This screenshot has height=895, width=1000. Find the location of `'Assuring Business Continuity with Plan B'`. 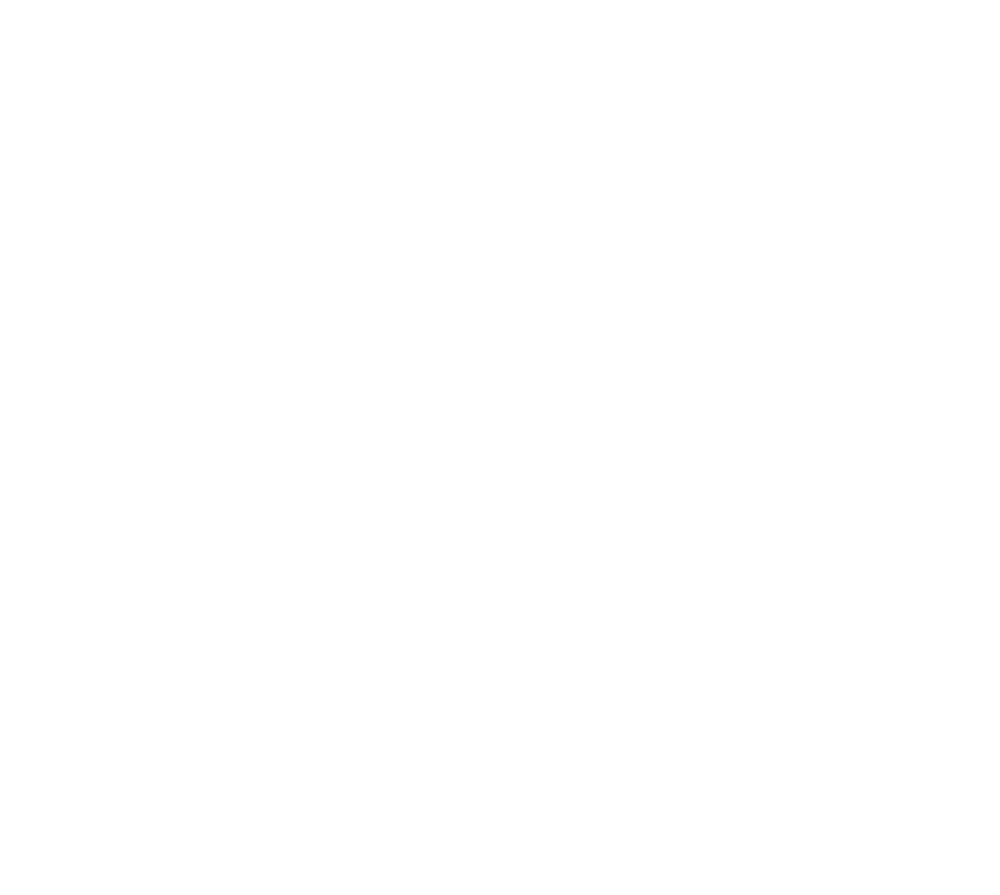

'Assuring Business Continuity with Plan B' is located at coordinates (60, 720).